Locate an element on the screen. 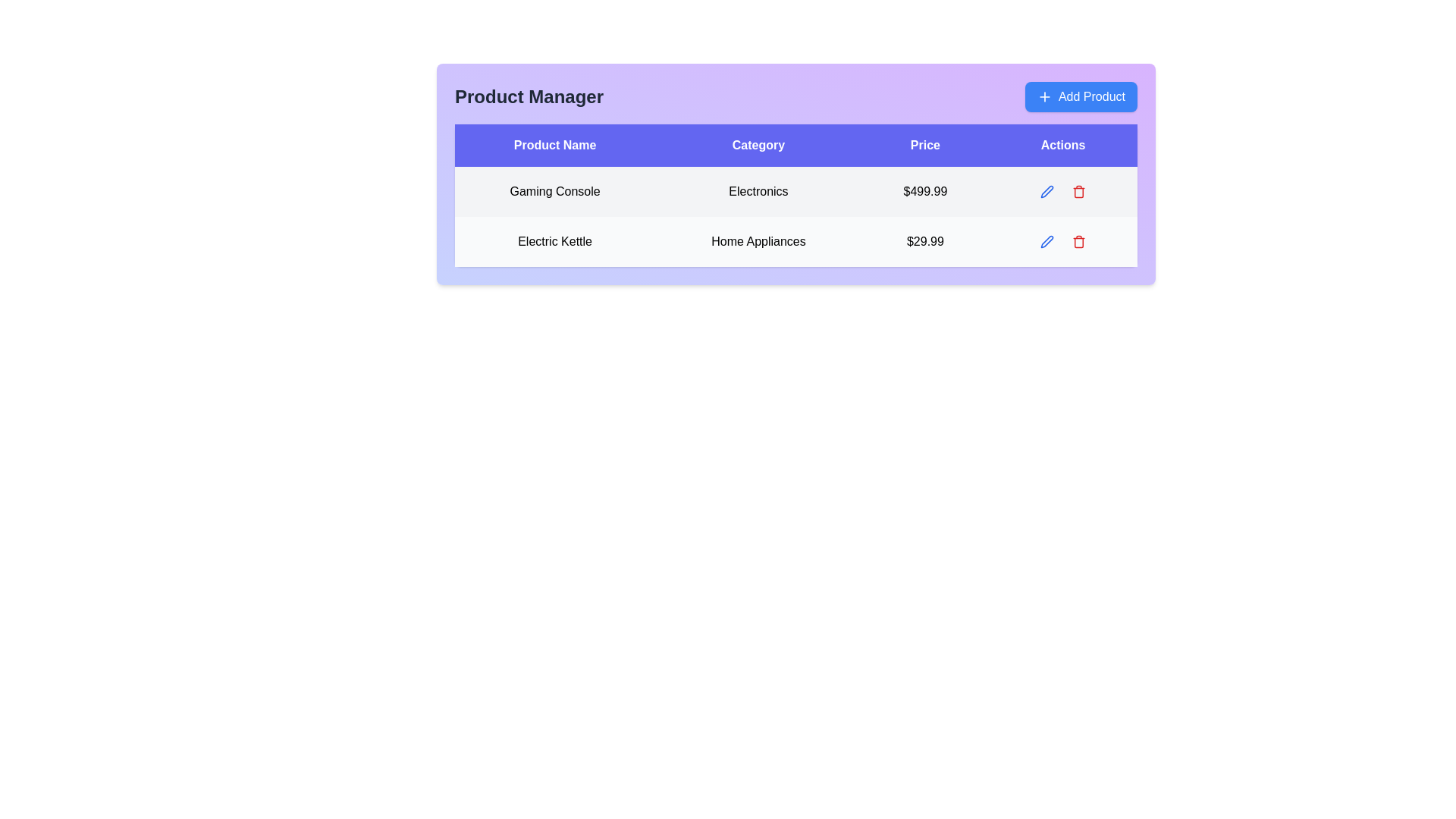 The height and width of the screenshot is (819, 1456). the 'Home Appliances' text label in the second row of the table, which is centrally aligned in the 'Category' column, between 'Electric Kettle' and '$29.99' is located at coordinates (758, 241).